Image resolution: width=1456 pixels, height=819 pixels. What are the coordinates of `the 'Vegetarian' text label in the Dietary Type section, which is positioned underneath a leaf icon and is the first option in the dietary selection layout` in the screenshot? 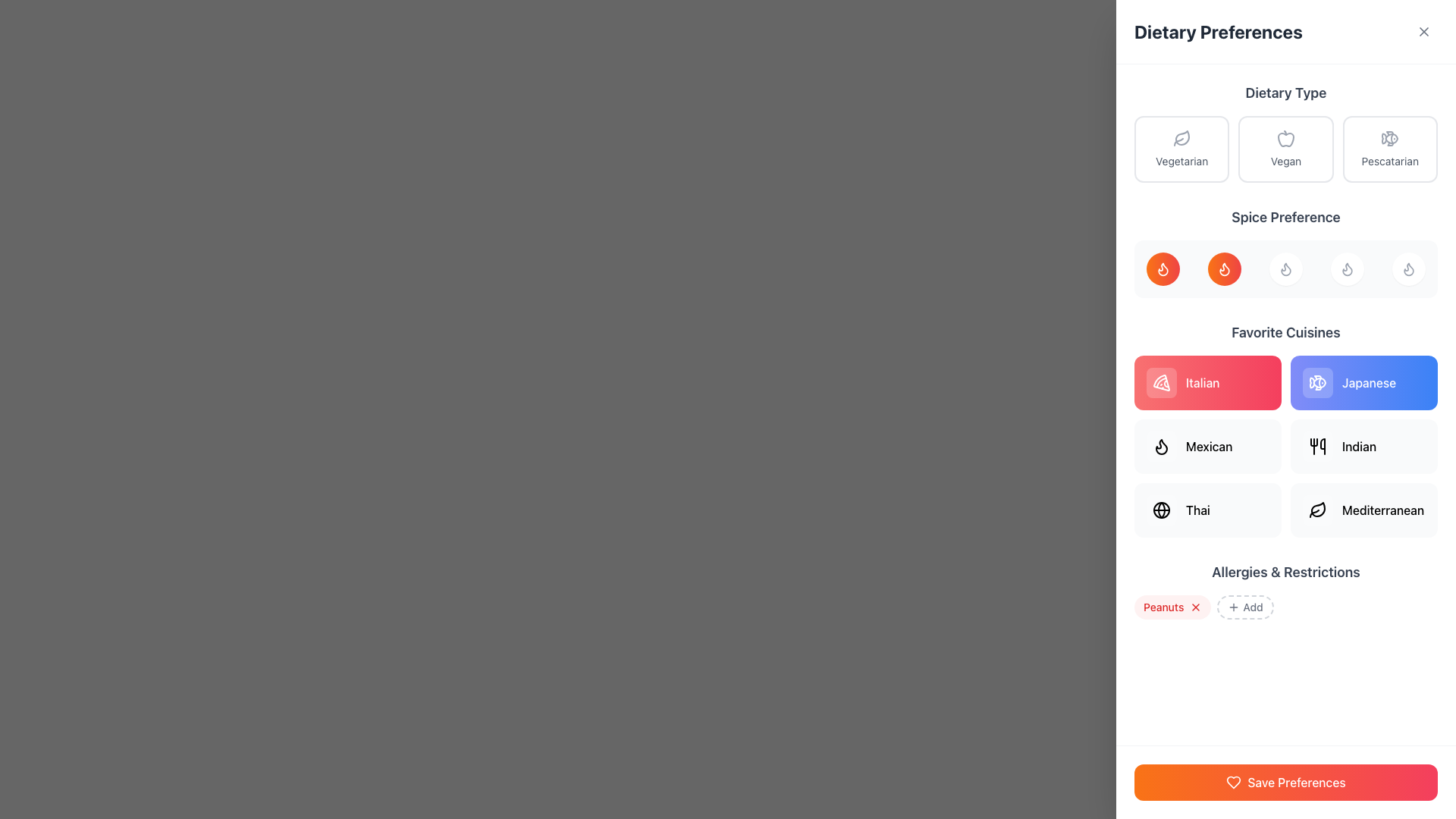 It's located at (1181, 161).